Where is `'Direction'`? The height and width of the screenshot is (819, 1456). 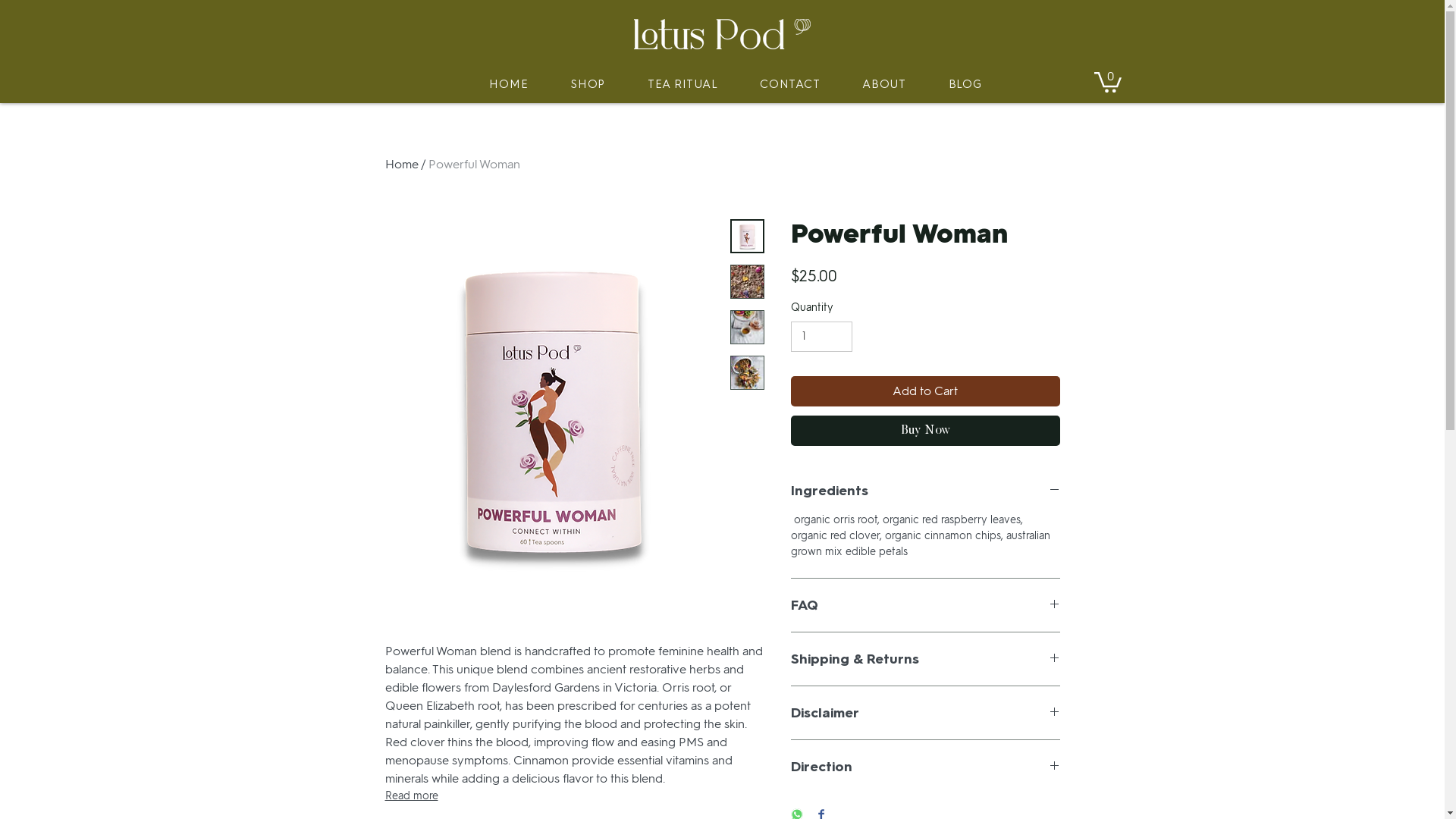 'Direction' is located at coordinates (924, 766).